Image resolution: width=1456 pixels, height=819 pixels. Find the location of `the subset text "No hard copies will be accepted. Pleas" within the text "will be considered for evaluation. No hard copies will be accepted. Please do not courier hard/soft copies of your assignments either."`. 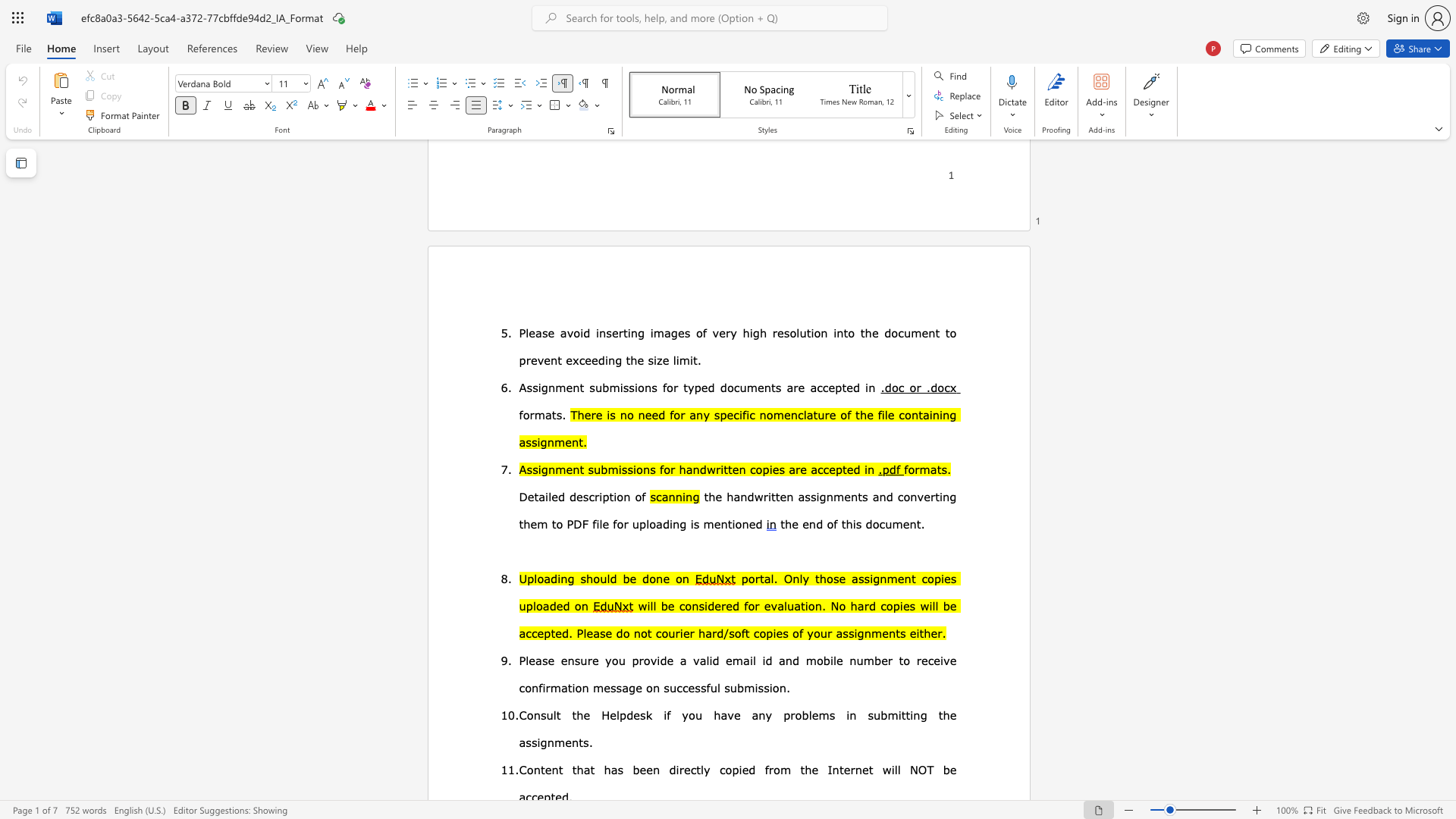

the subset text "No hard copies will be accepted. Pleas" within the text "will be considered for evaluation. No hard copies will be accepted. Please do not courier hard/soft copies of your assignments either." is located at coordinates (830, 604).